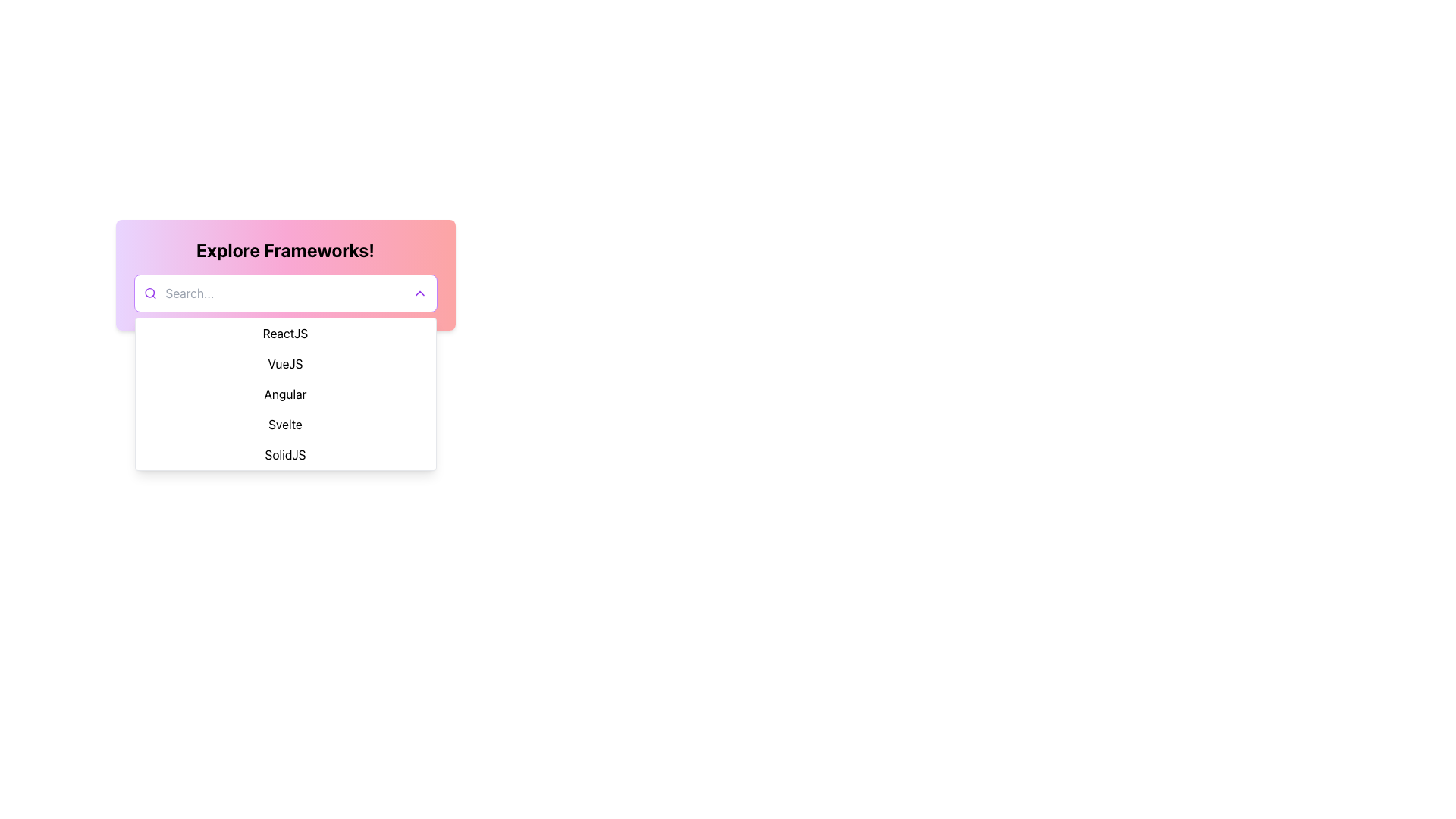 This screenshot has height=819, width=1456. What do you see at coordinates (285, 332) in the screenshot?
I see `the first item in the dropdown menu that allows the user to select 'ReactJS' as a framework` at bounding box center [285, 332].